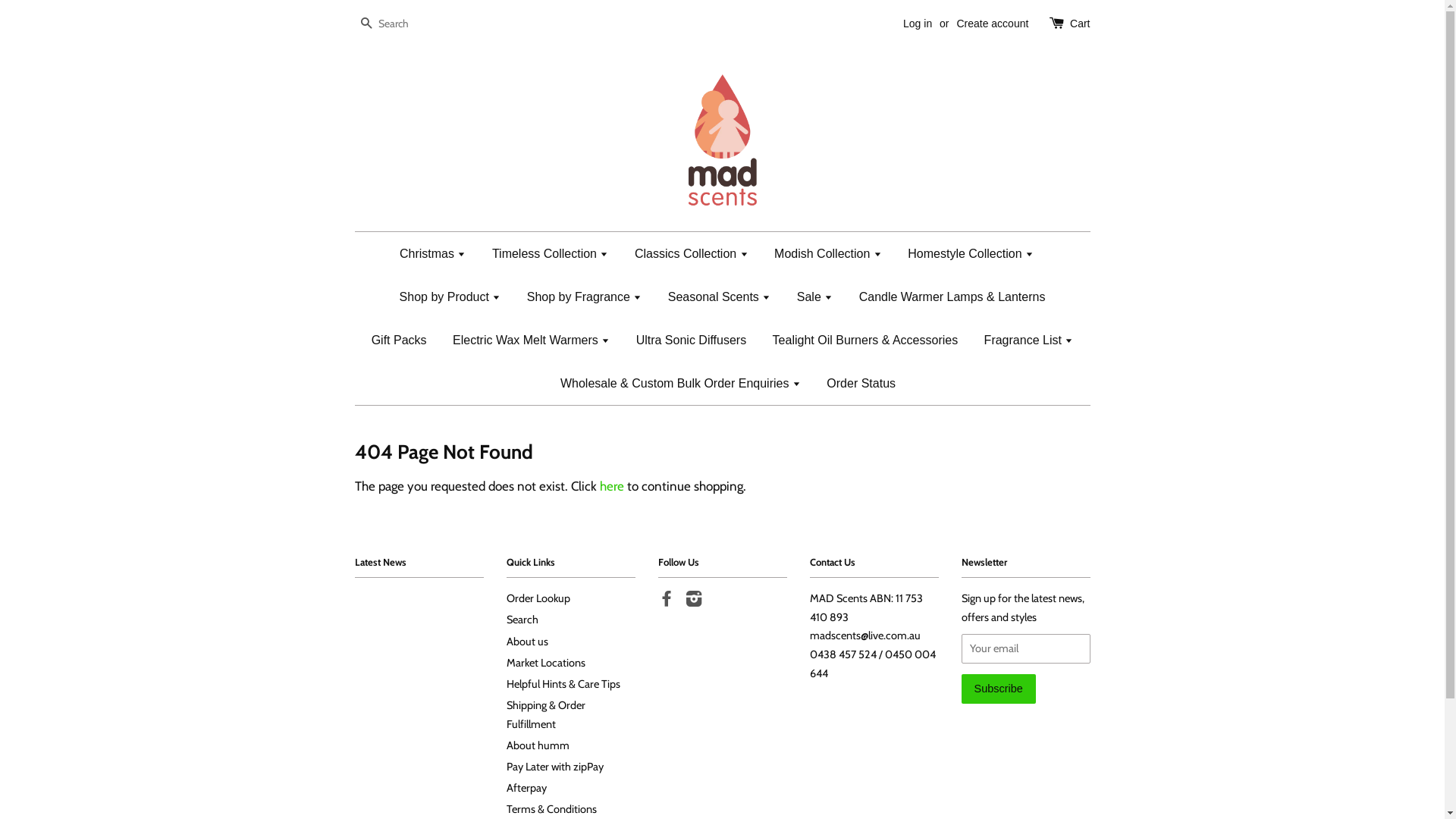 The height and width of the screenshot is (819, 1456). Describe the element at coordinates (549, 253) in the screenshot. I see `'Timeless Collection'` at that location.